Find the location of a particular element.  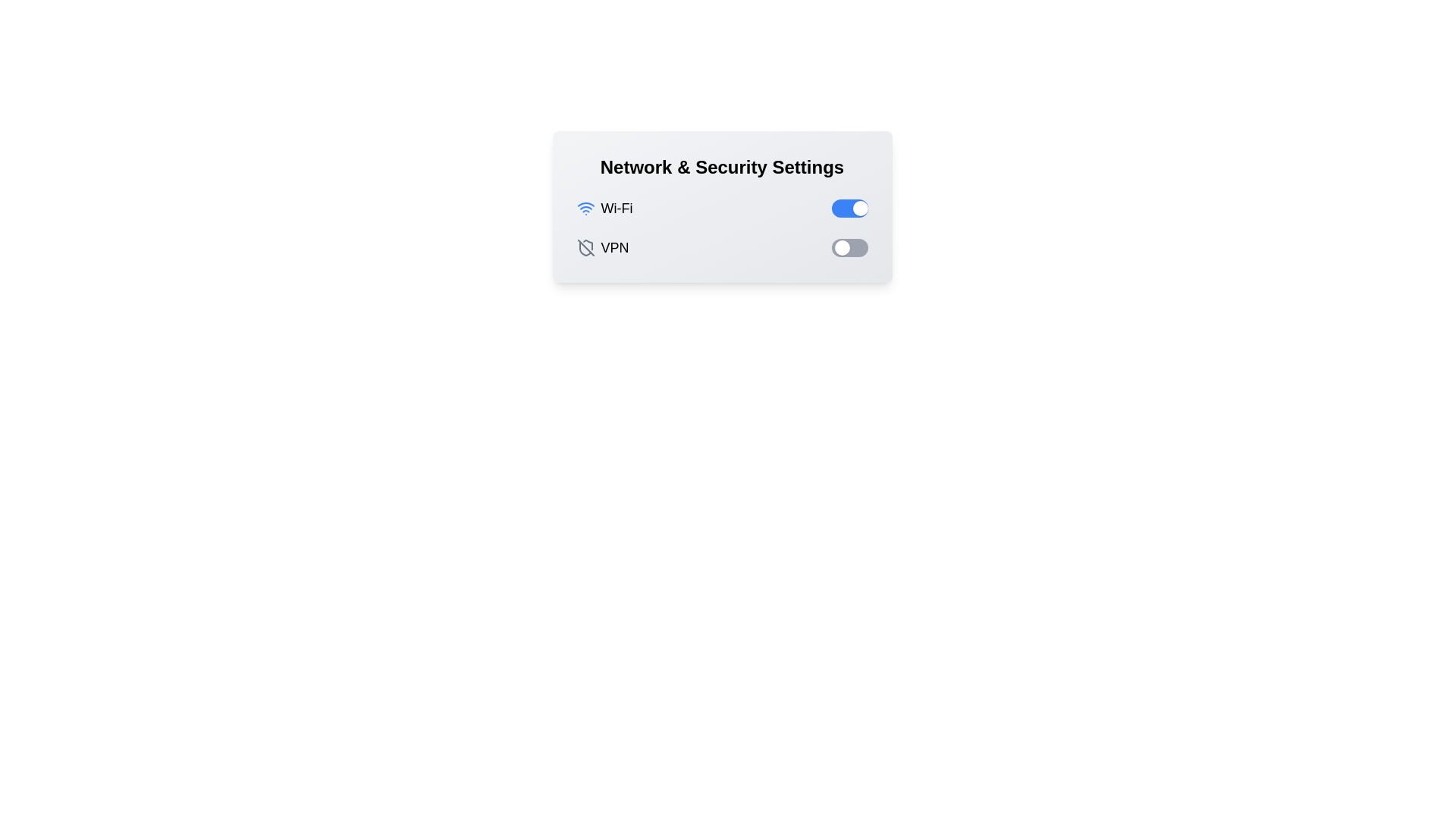

the left-most circular component of the second toggle switch under the 'VPN' label is located at coordinates (841, 247).